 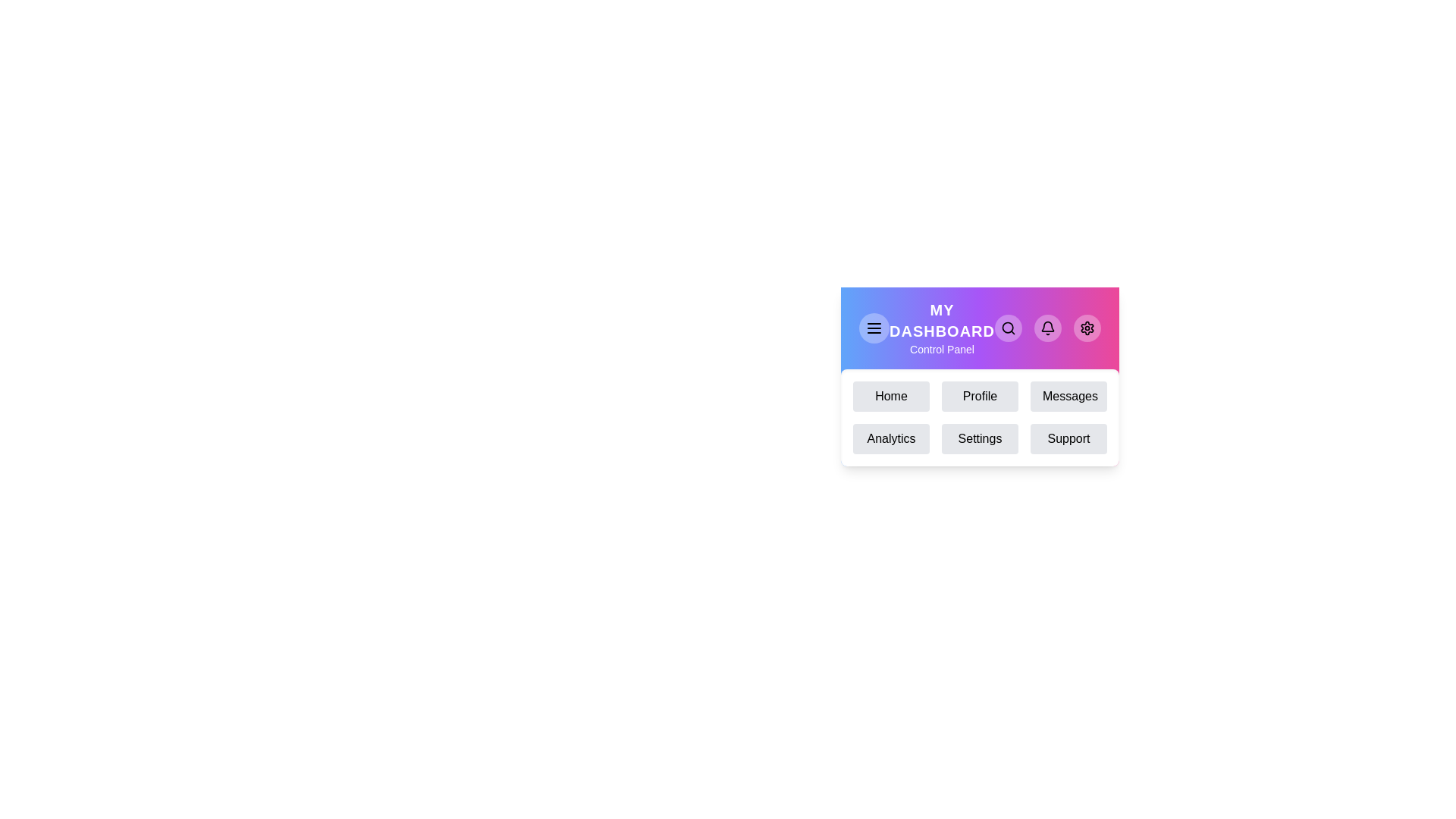 I want to click on the menu item Settings to navigate to the corresponding section, so click(x=980, y=438).